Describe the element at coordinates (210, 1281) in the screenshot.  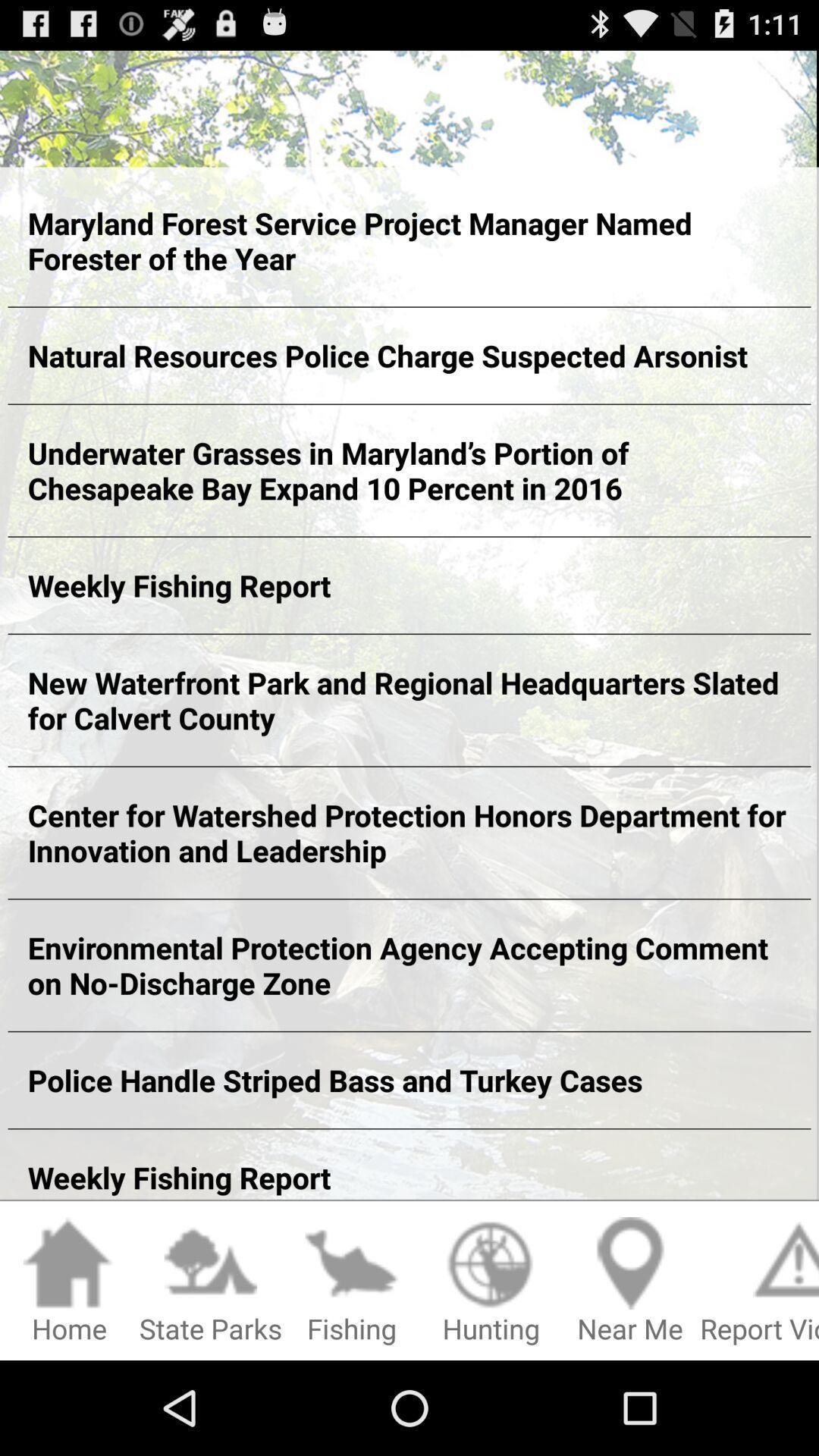
I see `icon next to the home item` at that location.